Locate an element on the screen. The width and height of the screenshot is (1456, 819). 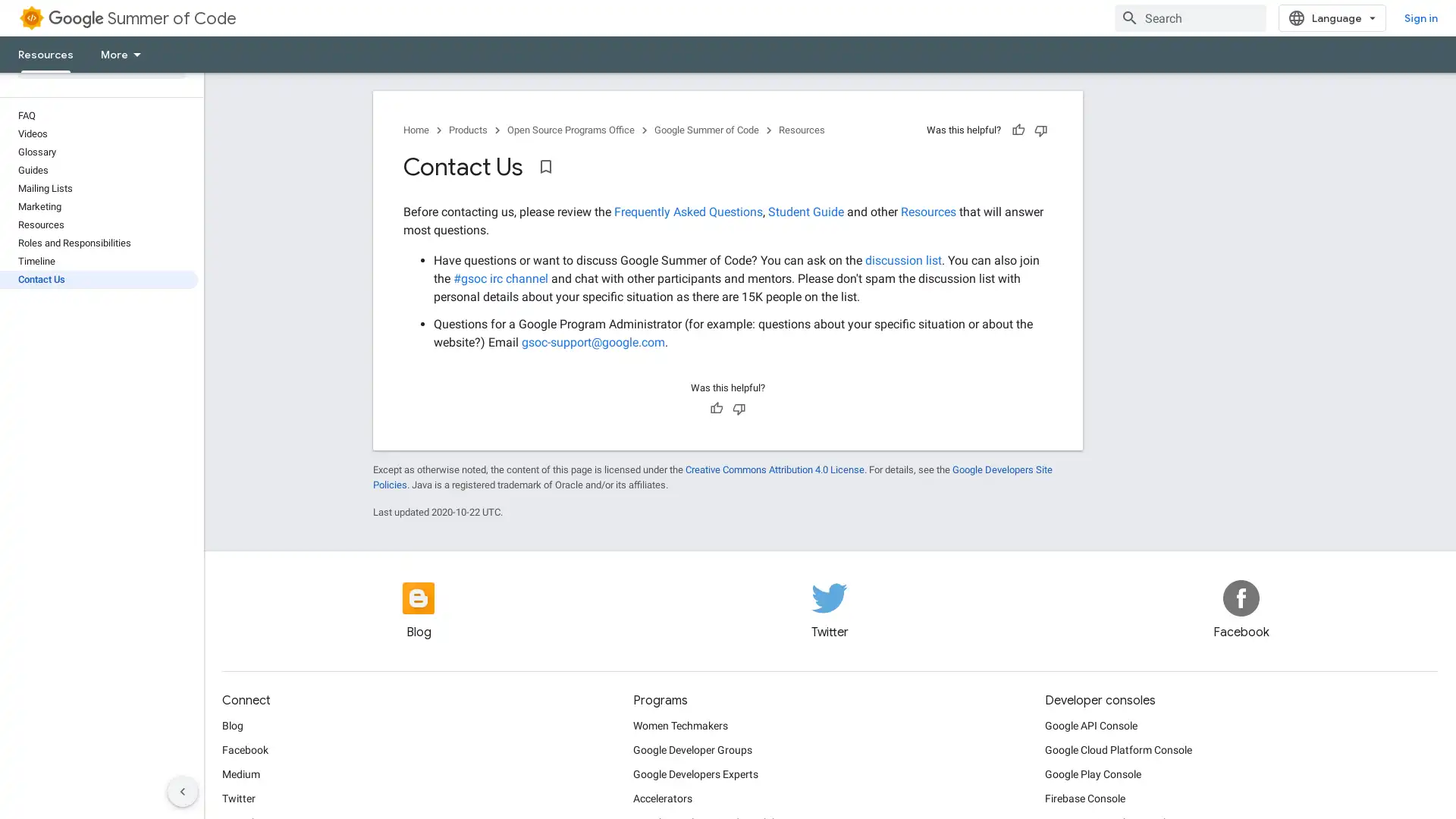
Helpful is located at coordinates (716, 408).